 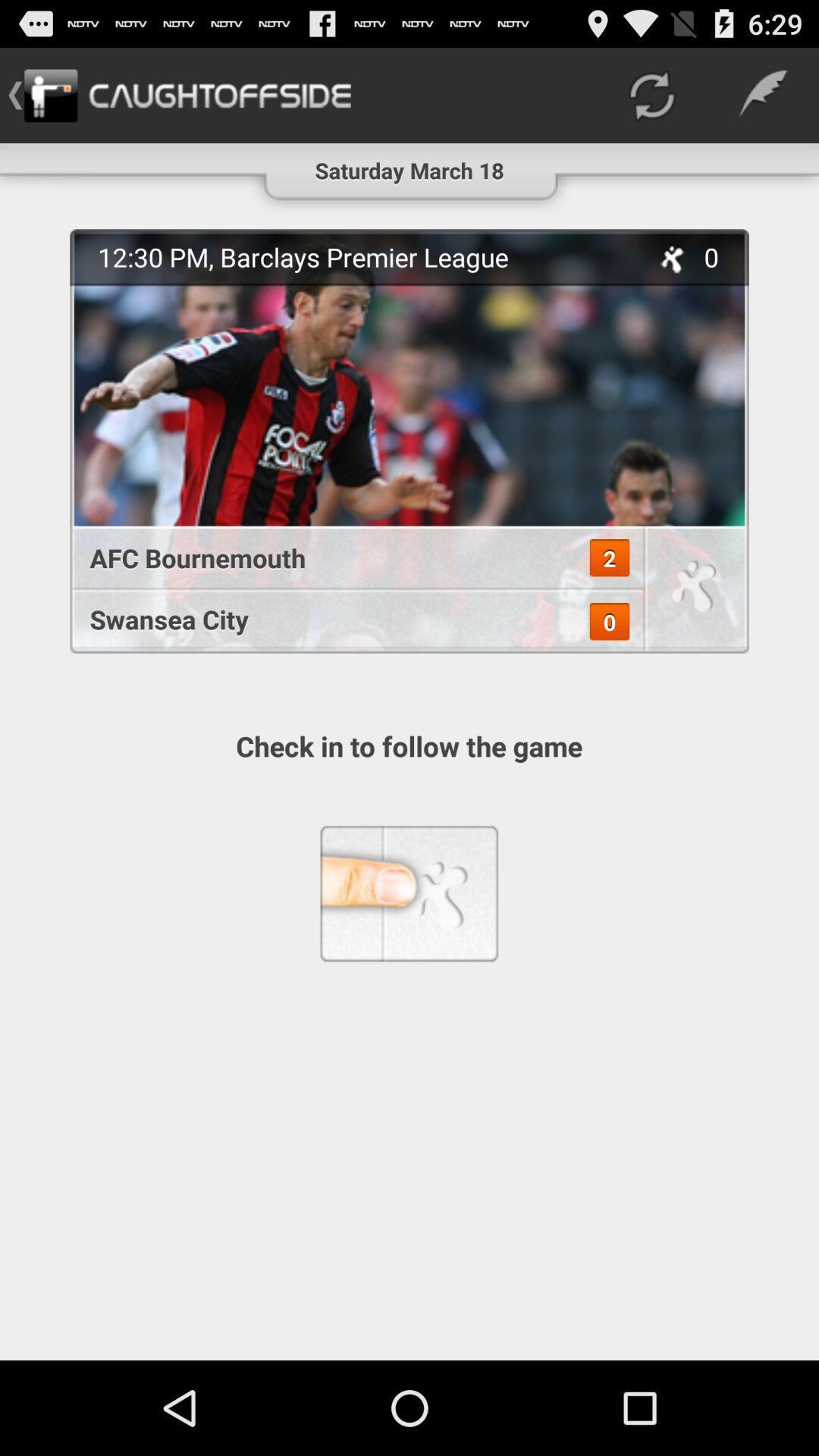 What do you see at coordinates (608, 557) in the screenshot?
I see `2` at bounding box center [608, 557].